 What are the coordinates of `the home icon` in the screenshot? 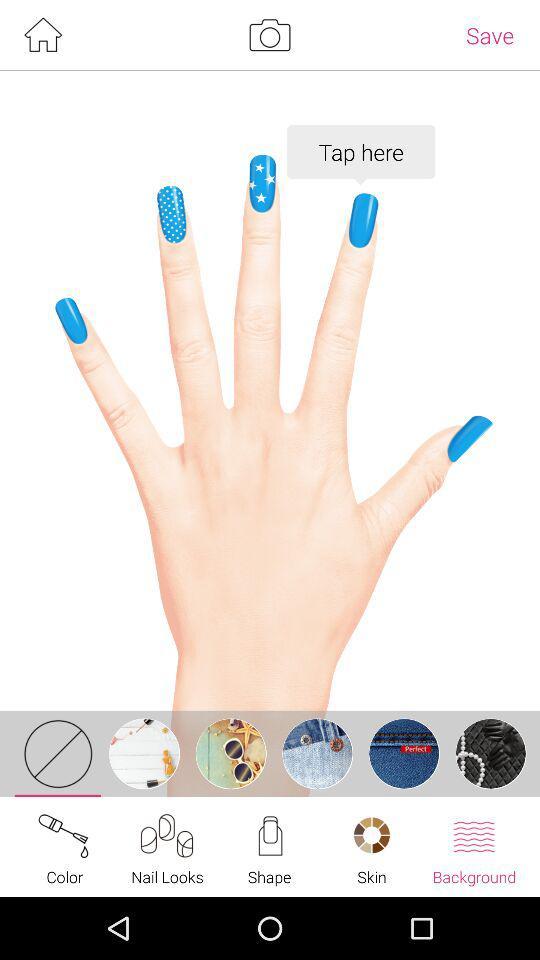 It's located at (42, 36).